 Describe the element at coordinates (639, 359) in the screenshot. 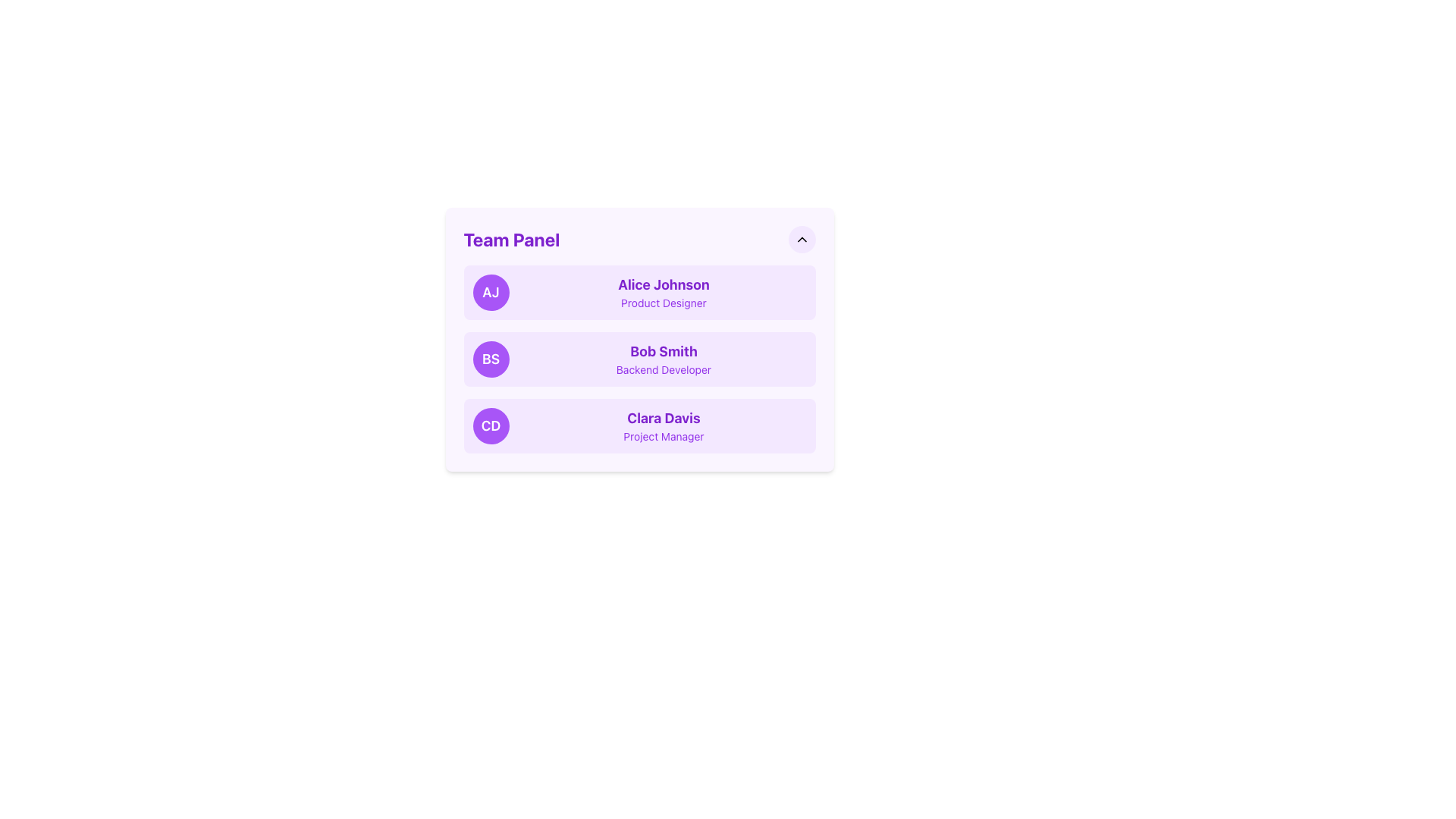

I see `the team member's profile list item for 'Bob Smith'` at that location.